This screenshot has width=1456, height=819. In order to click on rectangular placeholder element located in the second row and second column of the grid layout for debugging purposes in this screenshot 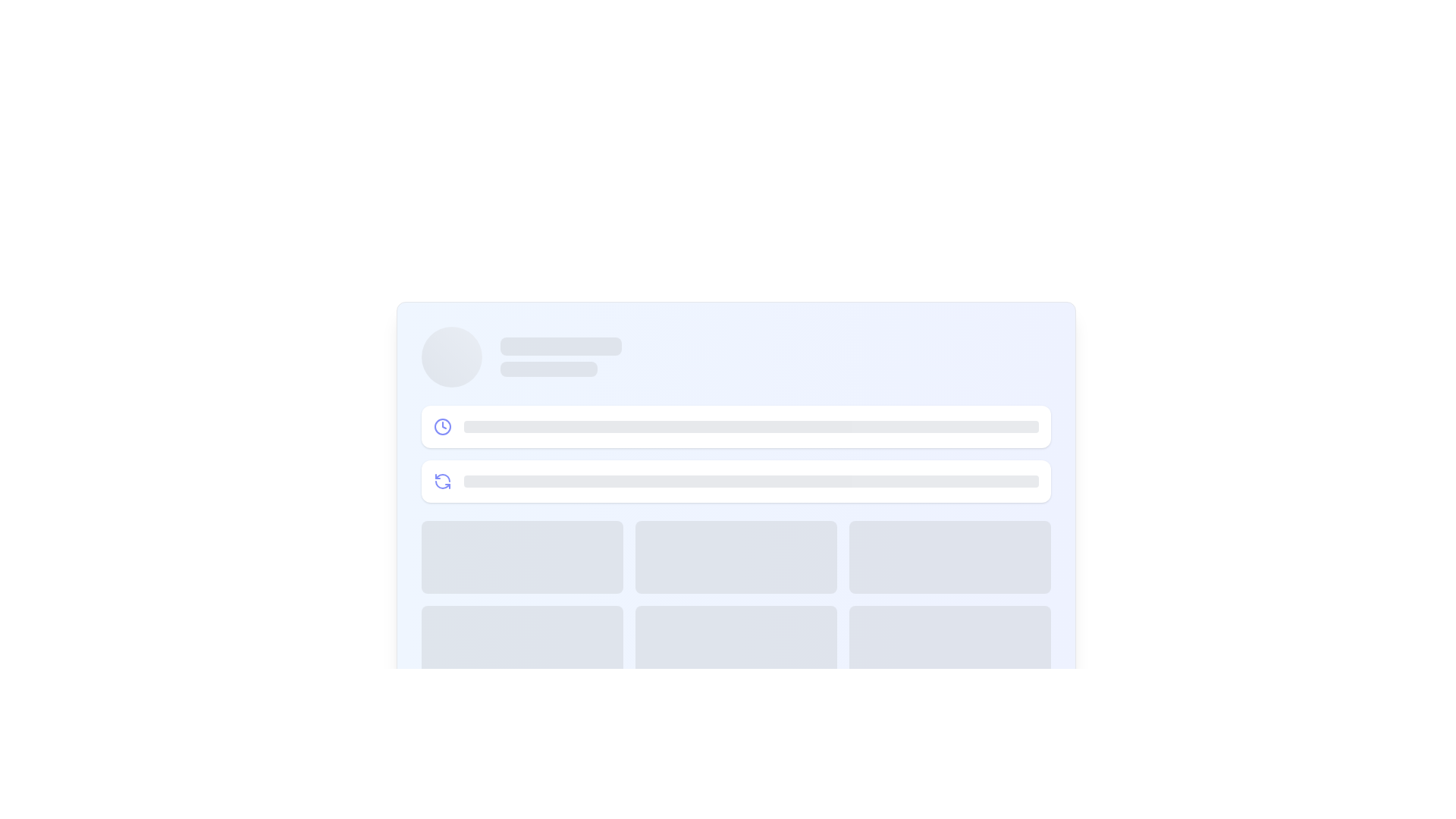, I will do `click(736, 642)`.